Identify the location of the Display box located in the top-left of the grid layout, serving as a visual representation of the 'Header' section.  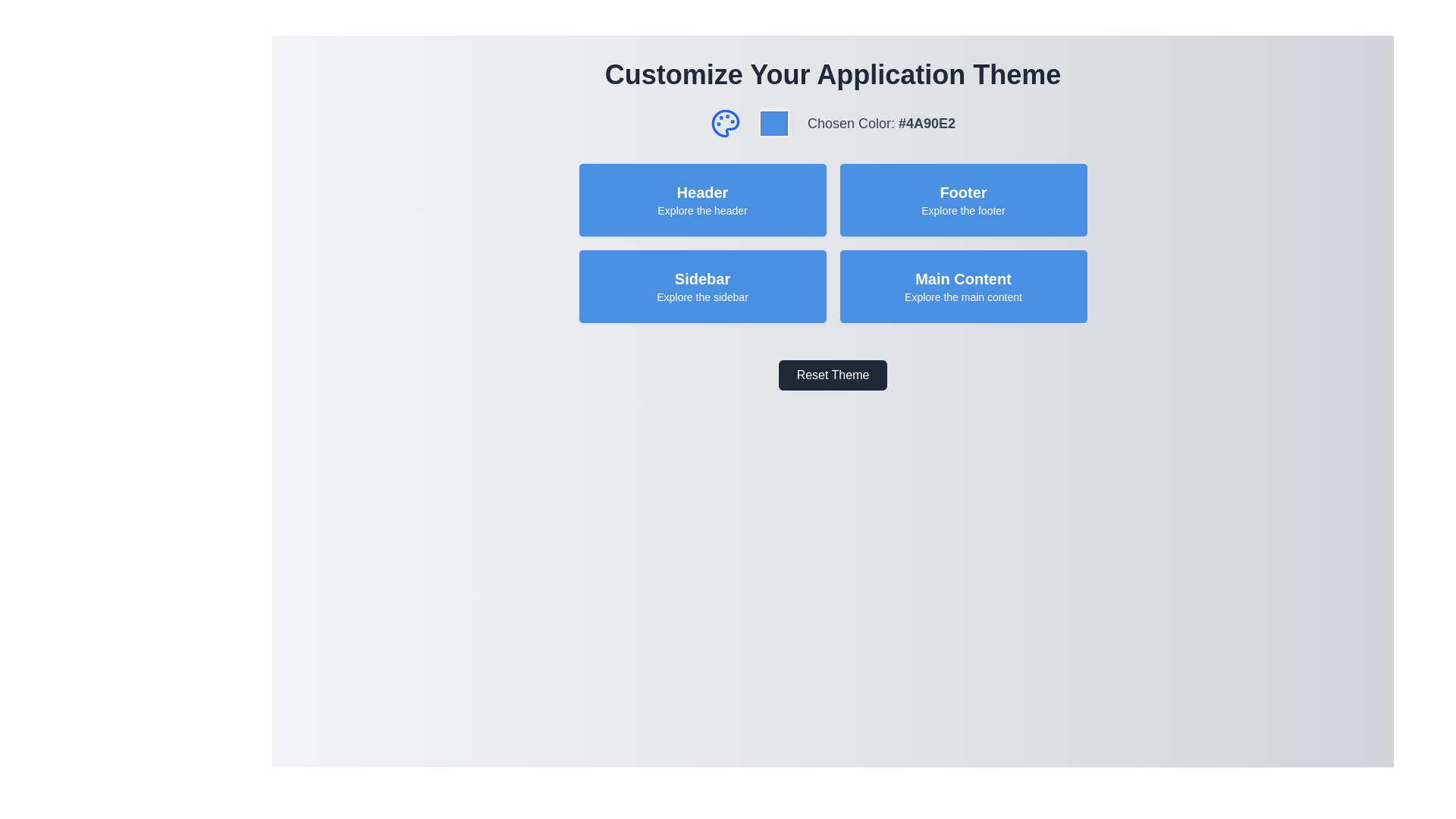
(701, 199).